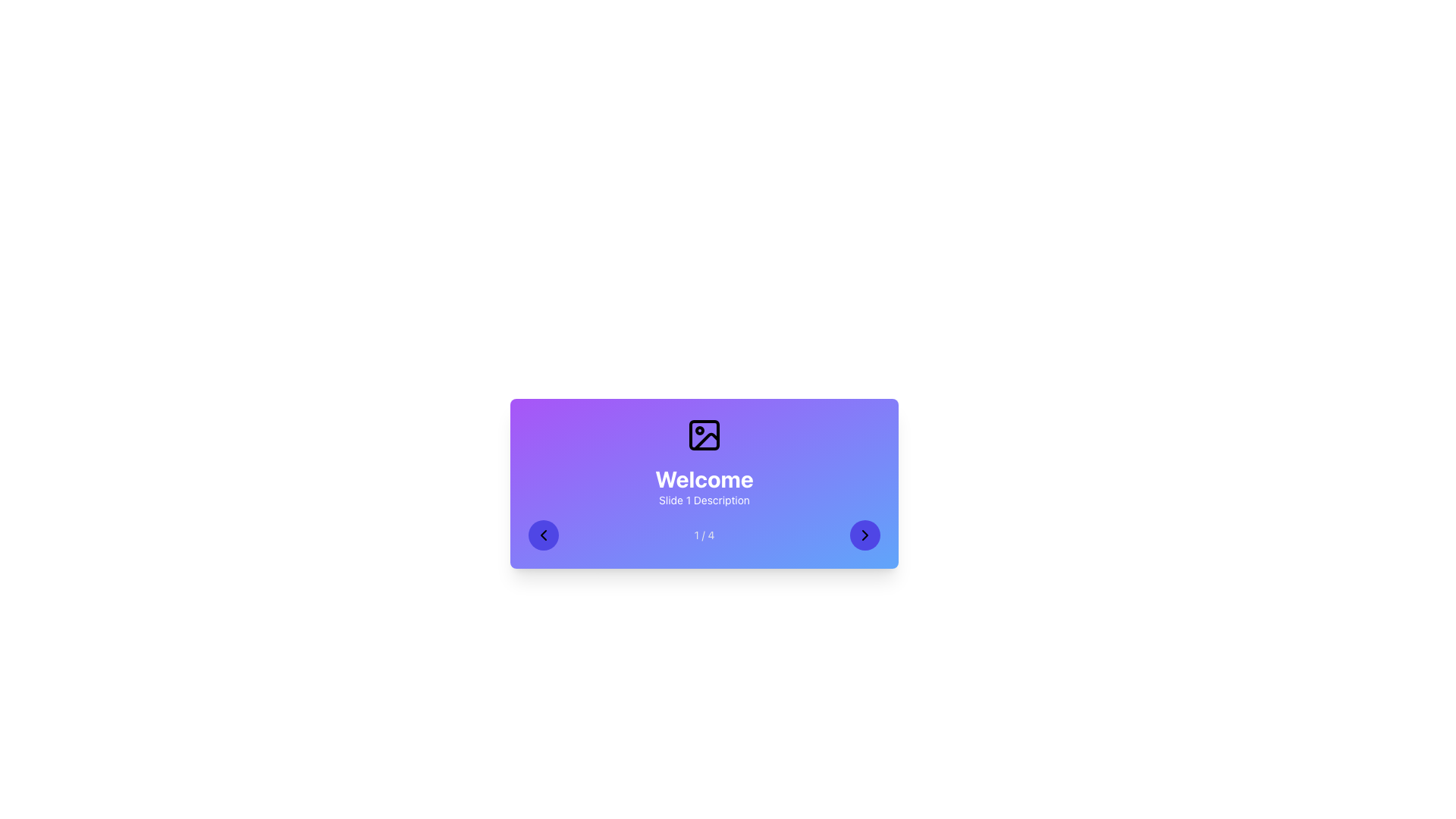 The image size is (1456, 819). Describe the element at coordinates (865, 534) in the screenshot. I see `the right-facing chevron SVG icon inside the circular button at the bottom-right corner of the card` at that location.